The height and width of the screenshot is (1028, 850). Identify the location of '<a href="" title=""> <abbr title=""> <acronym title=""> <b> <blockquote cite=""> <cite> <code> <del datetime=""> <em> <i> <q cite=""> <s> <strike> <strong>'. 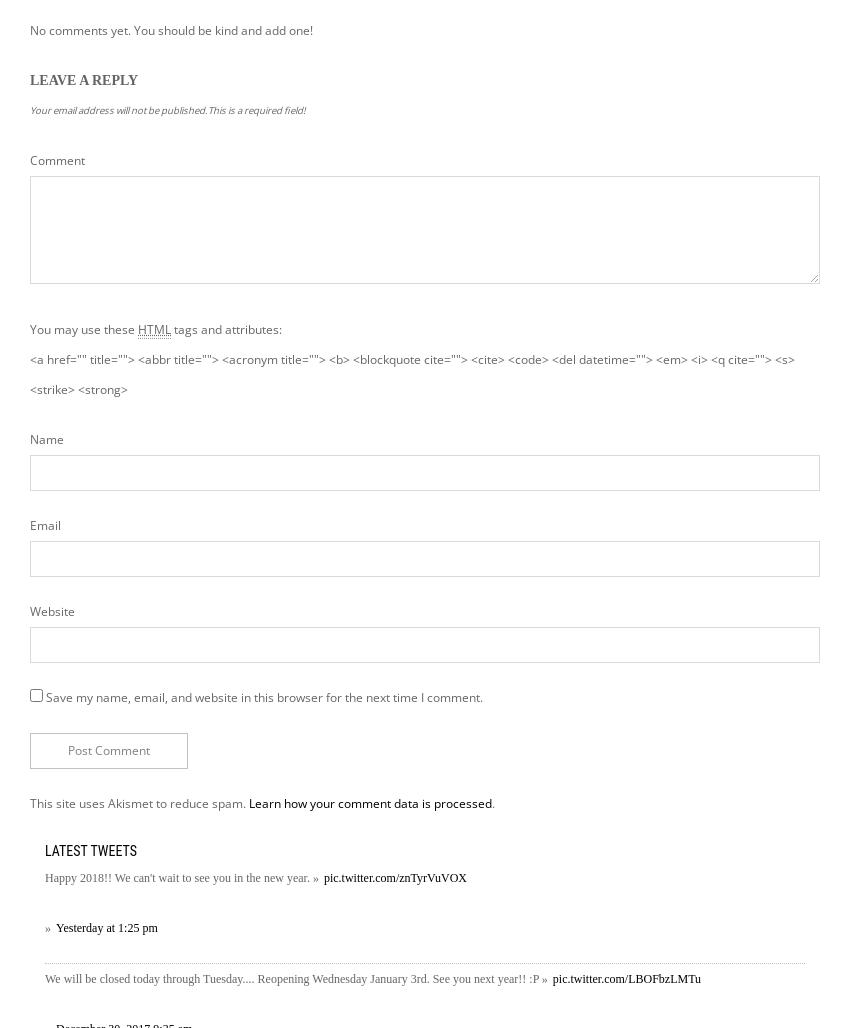
(412, 372).